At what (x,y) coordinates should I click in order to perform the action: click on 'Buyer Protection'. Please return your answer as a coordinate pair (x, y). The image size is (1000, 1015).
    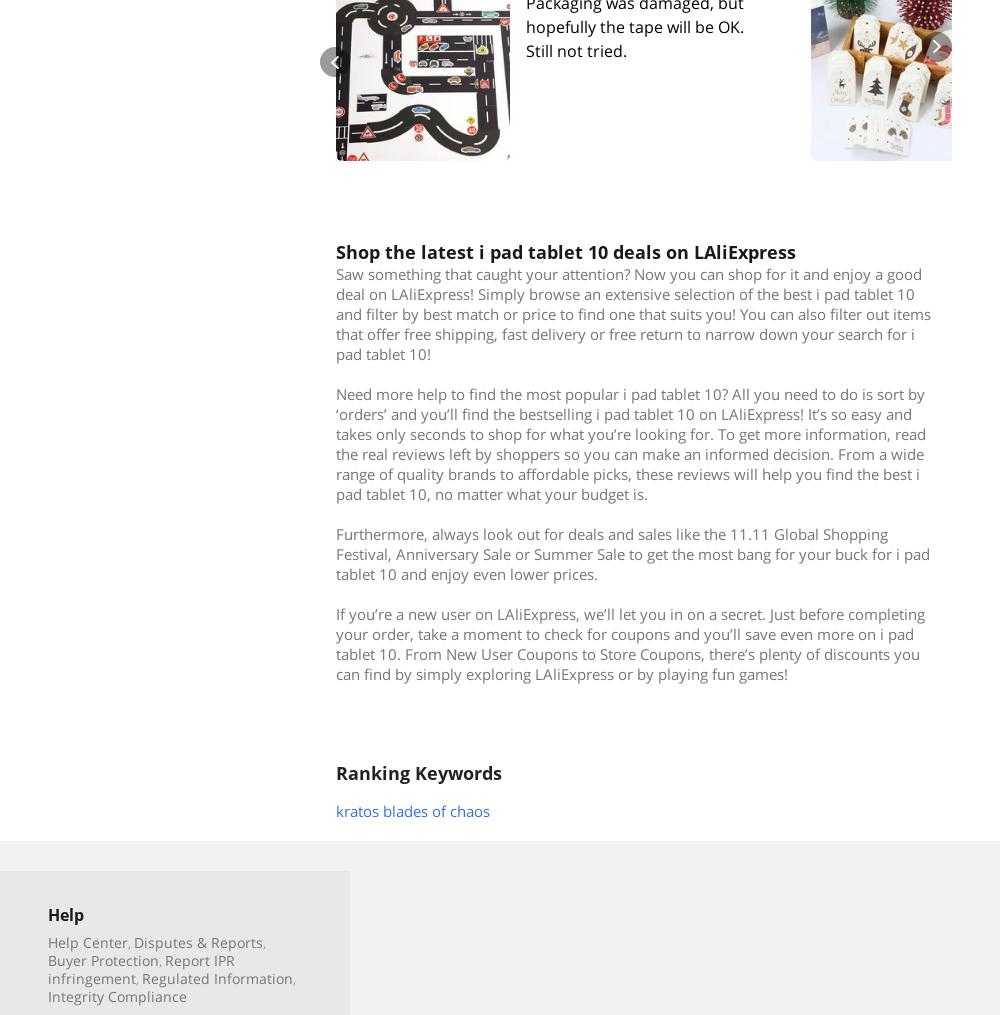
    Looking at the image, I should click on (48, 959).